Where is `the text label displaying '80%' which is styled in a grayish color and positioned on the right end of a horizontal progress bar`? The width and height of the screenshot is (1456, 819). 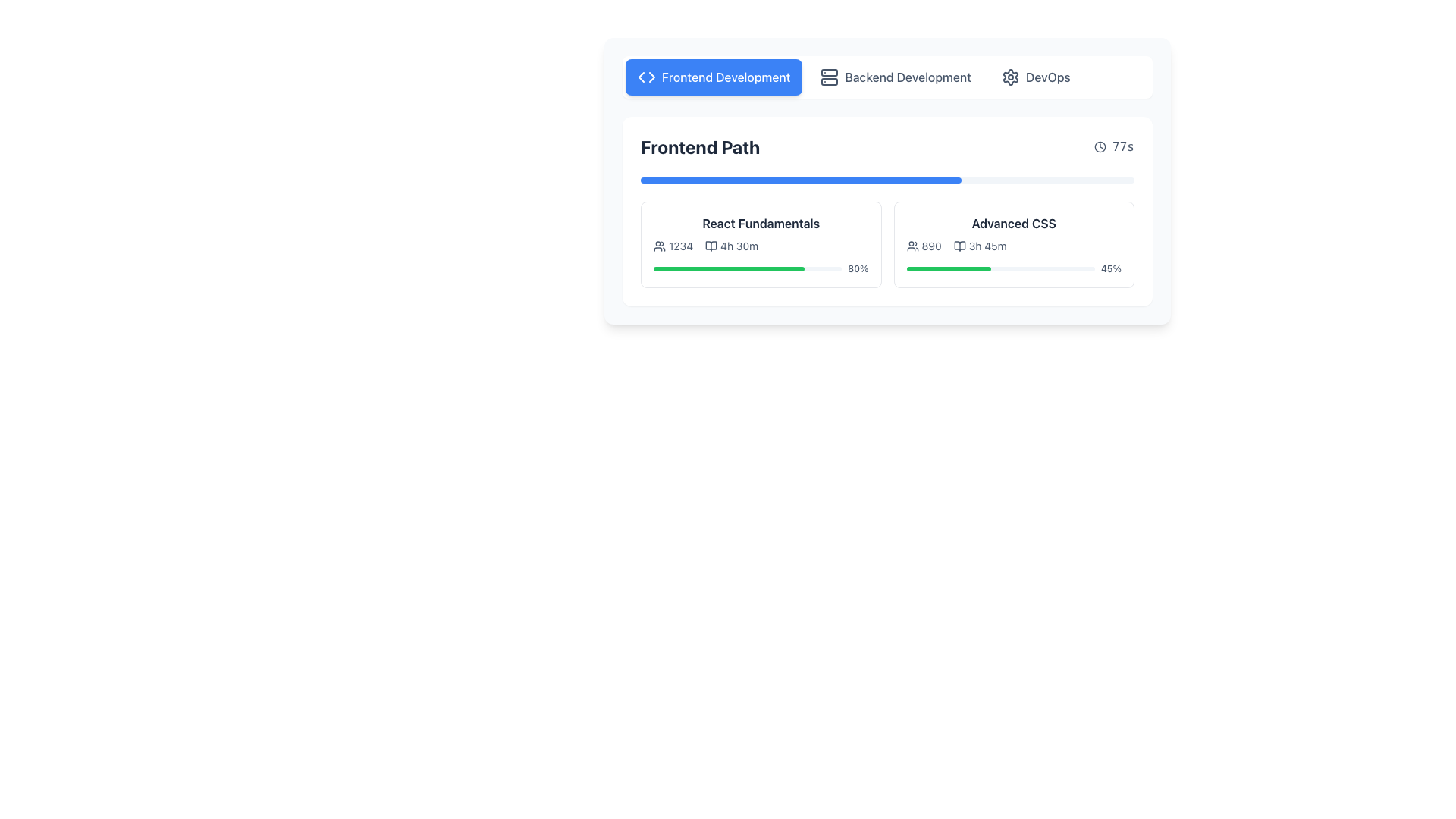
the text label displaying '80%' which is styled in a grayish color and positioned on the right end of a horizontal progress bar is located at coordinates (858, 268).